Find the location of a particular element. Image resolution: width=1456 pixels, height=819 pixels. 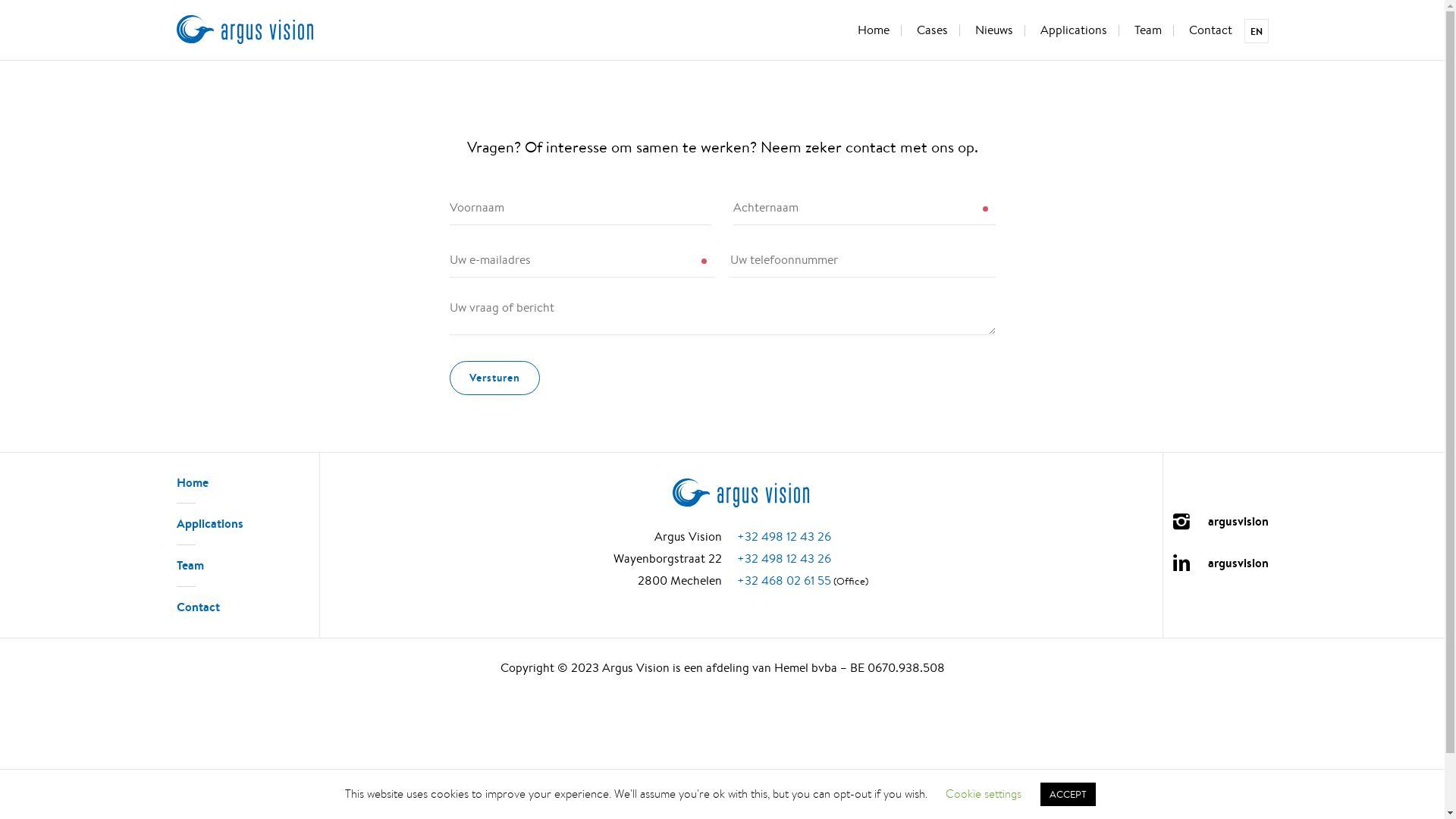

'Nieuws' is located at coordinates (962, 31).